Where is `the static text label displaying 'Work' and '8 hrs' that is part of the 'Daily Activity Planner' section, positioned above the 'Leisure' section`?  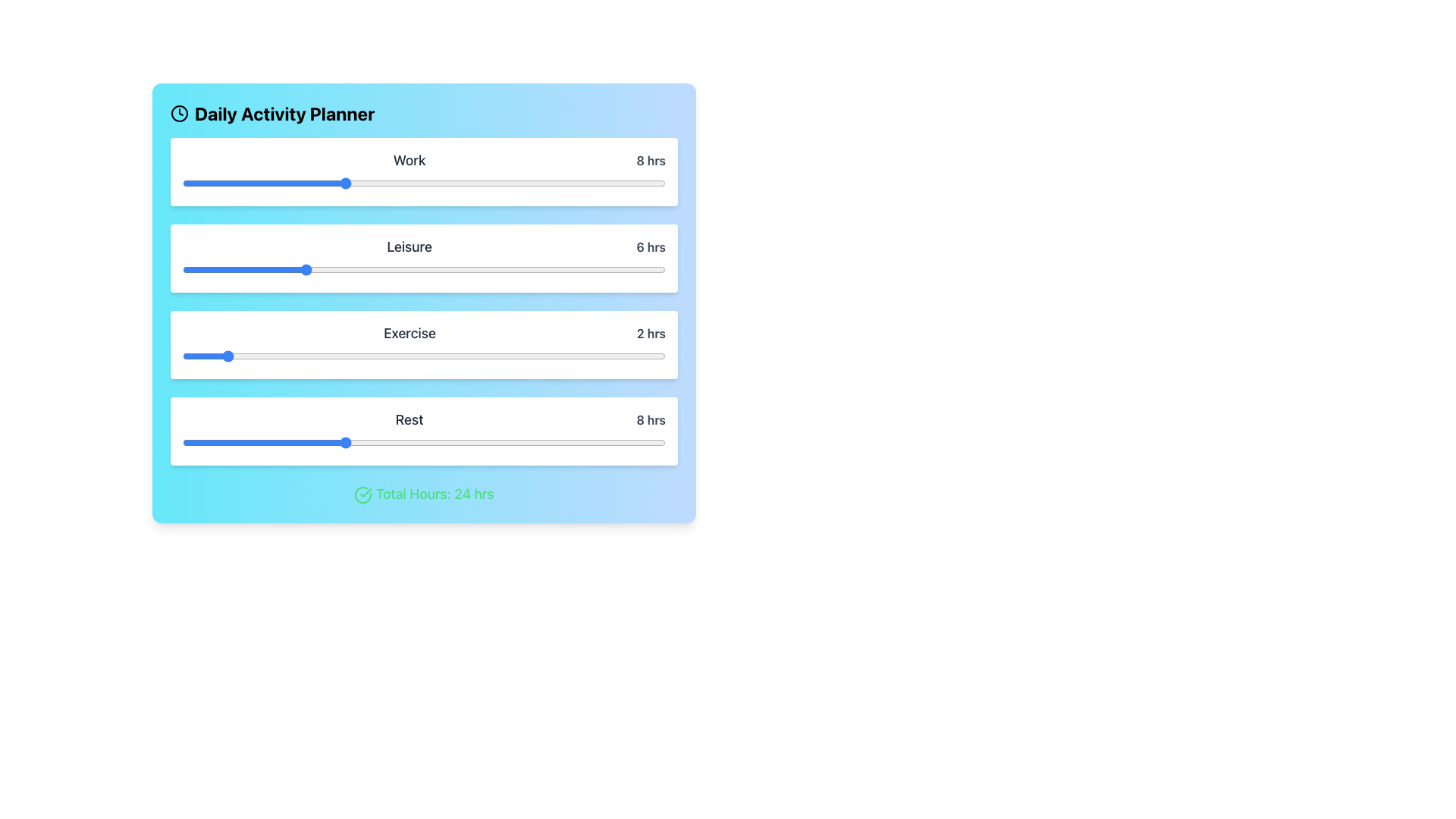 the static text label displaying 'Work' and '8 hrs' that is part of the 'Daily Activity Planner' section, positioned above the 'Leisure' section is located at coordinates (424, 161).